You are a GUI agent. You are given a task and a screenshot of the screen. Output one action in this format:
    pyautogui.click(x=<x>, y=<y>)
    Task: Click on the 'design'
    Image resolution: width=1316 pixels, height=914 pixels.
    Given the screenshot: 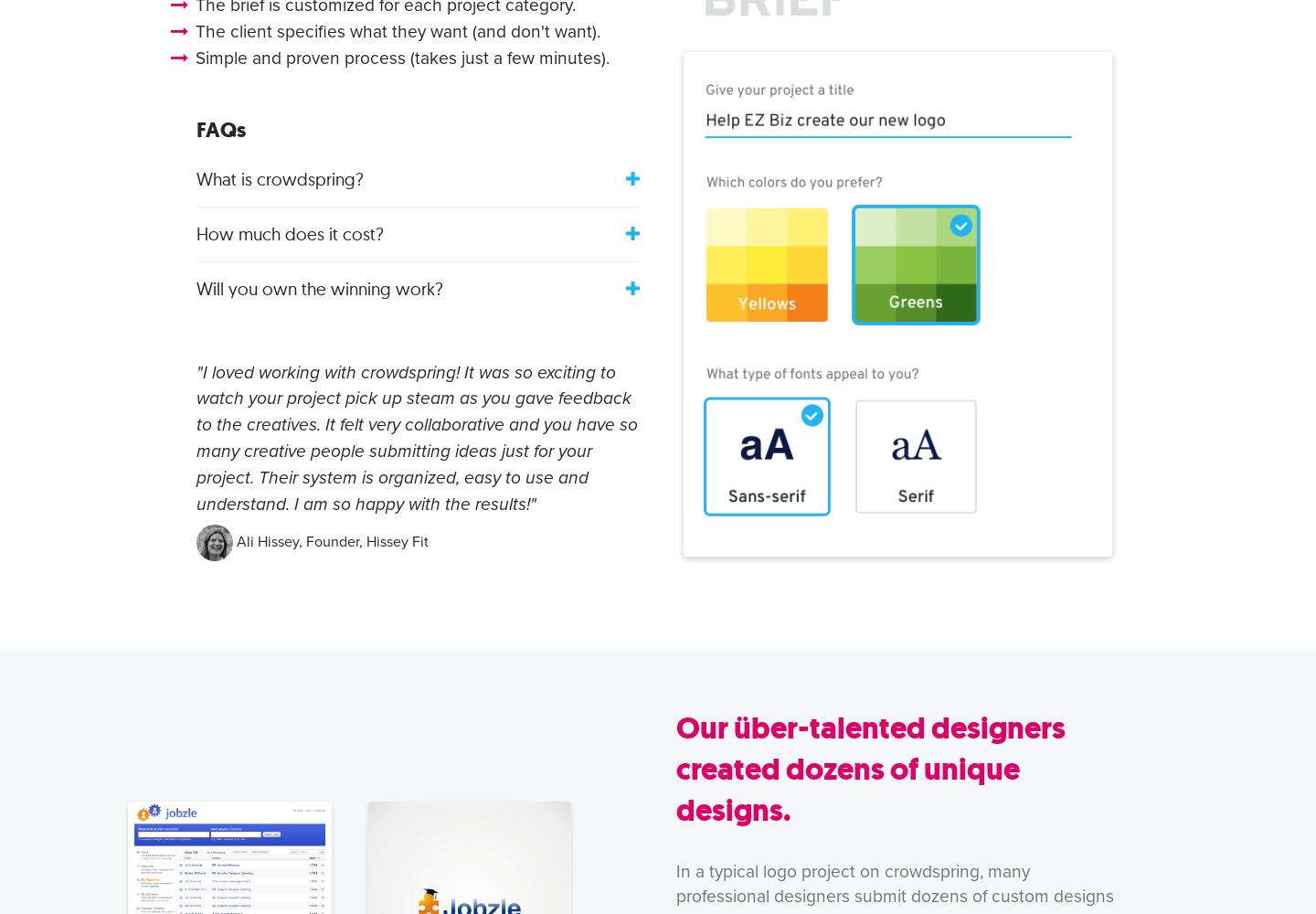 What is the action you would take?
    pyautogui.click(x=1079, y=895)
    